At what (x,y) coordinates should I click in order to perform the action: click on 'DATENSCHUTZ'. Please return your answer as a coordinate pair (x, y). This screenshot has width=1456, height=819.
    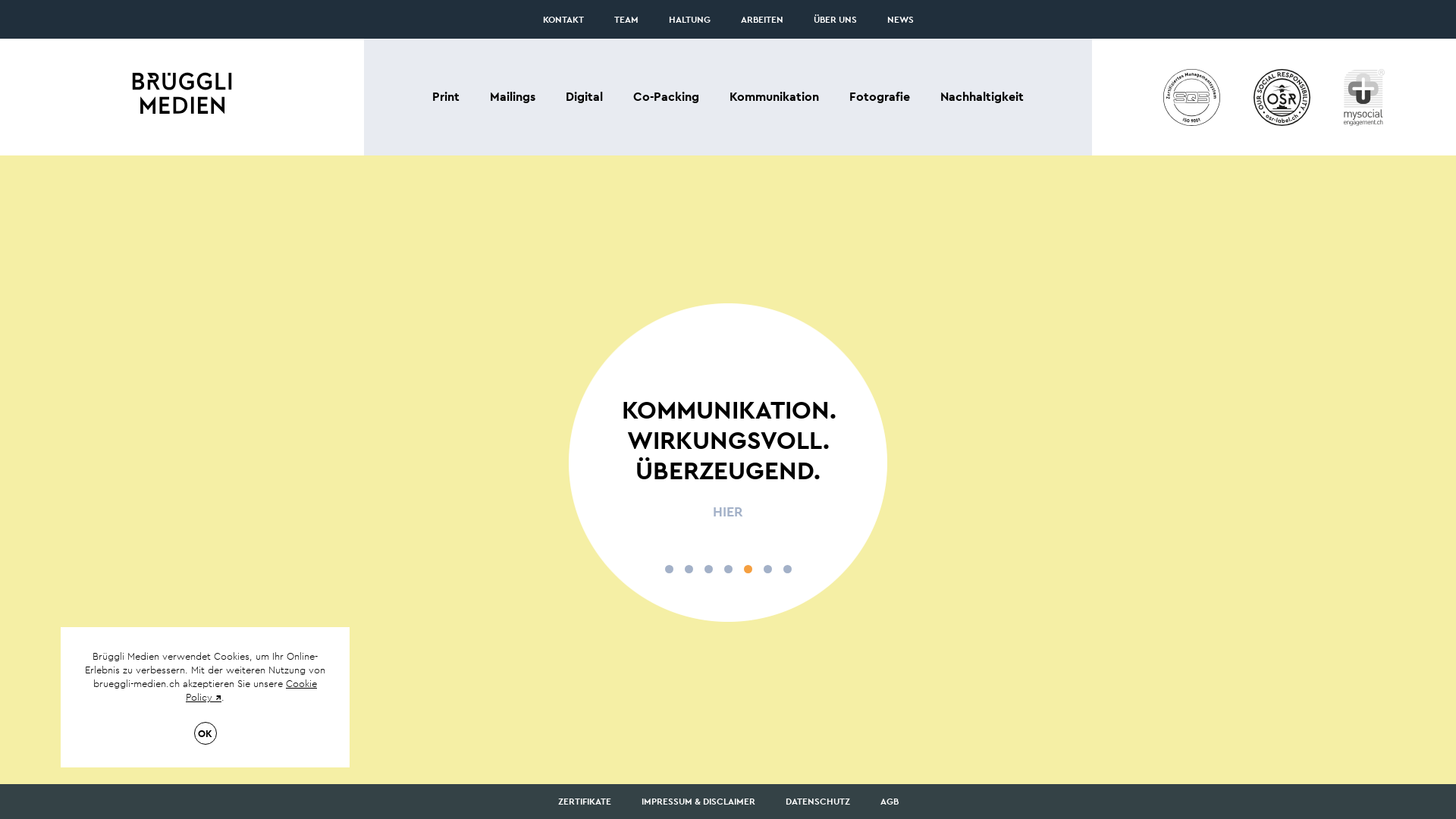
    Looking at the image, I should click on (817, 800).